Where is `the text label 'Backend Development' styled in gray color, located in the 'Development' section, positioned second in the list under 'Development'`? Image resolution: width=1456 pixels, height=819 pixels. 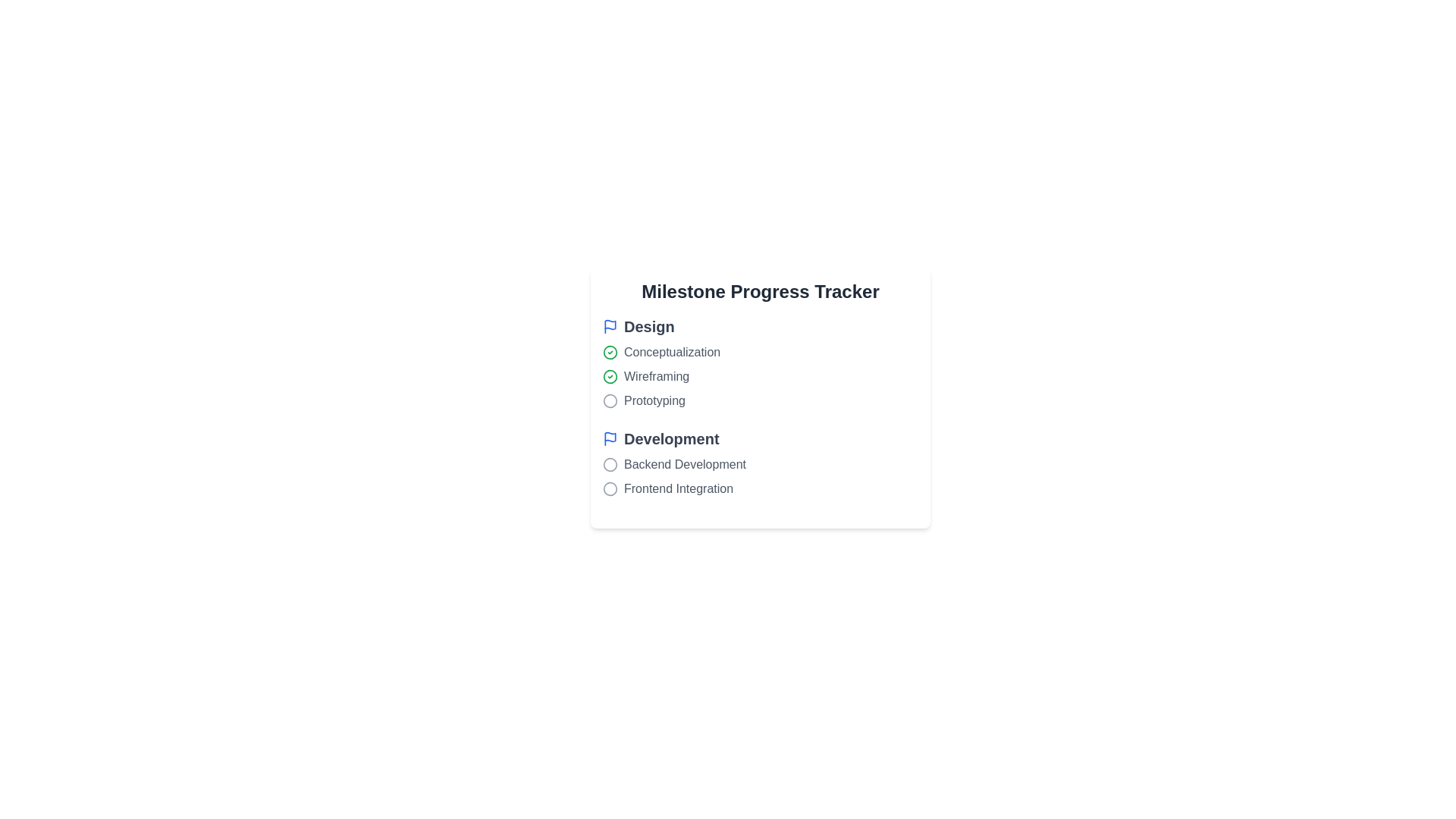 the text label 'Backend Development' styled in gray color, located in the 'Development' section, positioned second in the list under 'Development' is located at coordinates (684, 464).